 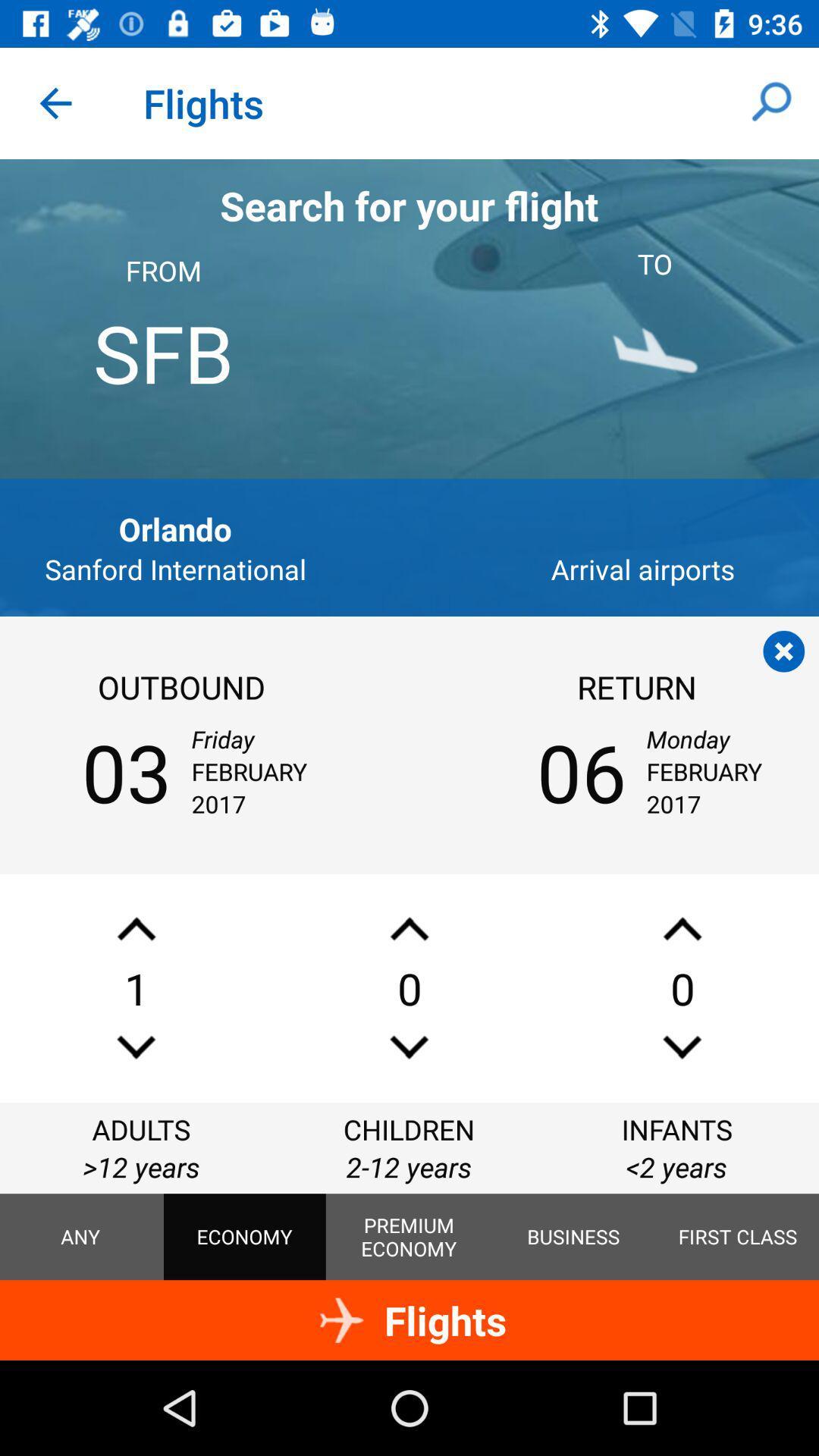 What do you see at coordinates (409, 928) in the screenshot?
I see `number up` at bounding box center [409, 928].